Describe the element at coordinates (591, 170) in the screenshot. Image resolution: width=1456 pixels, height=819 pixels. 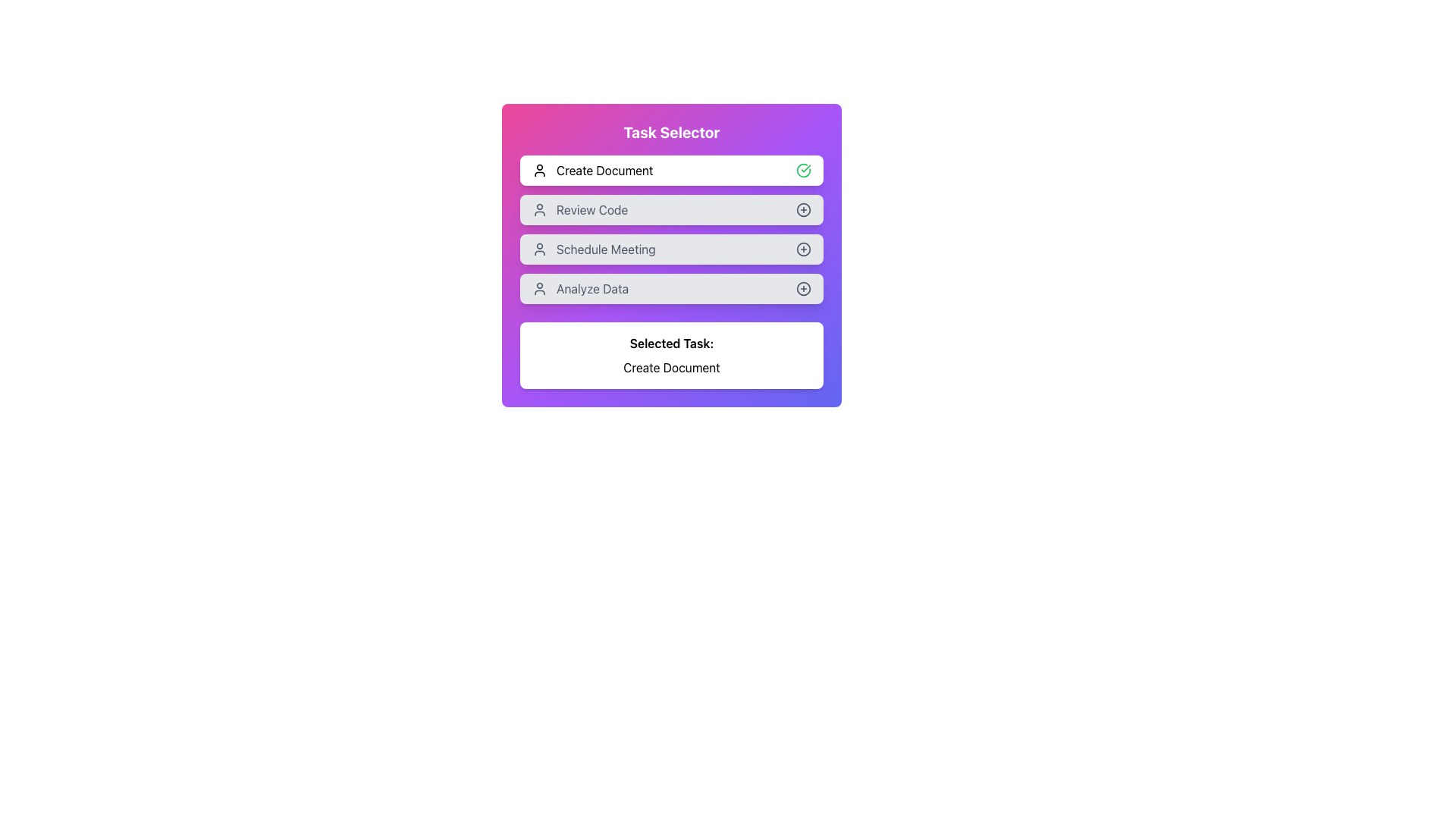
I see `the 'Create Document' text label with a person icon` at that location.